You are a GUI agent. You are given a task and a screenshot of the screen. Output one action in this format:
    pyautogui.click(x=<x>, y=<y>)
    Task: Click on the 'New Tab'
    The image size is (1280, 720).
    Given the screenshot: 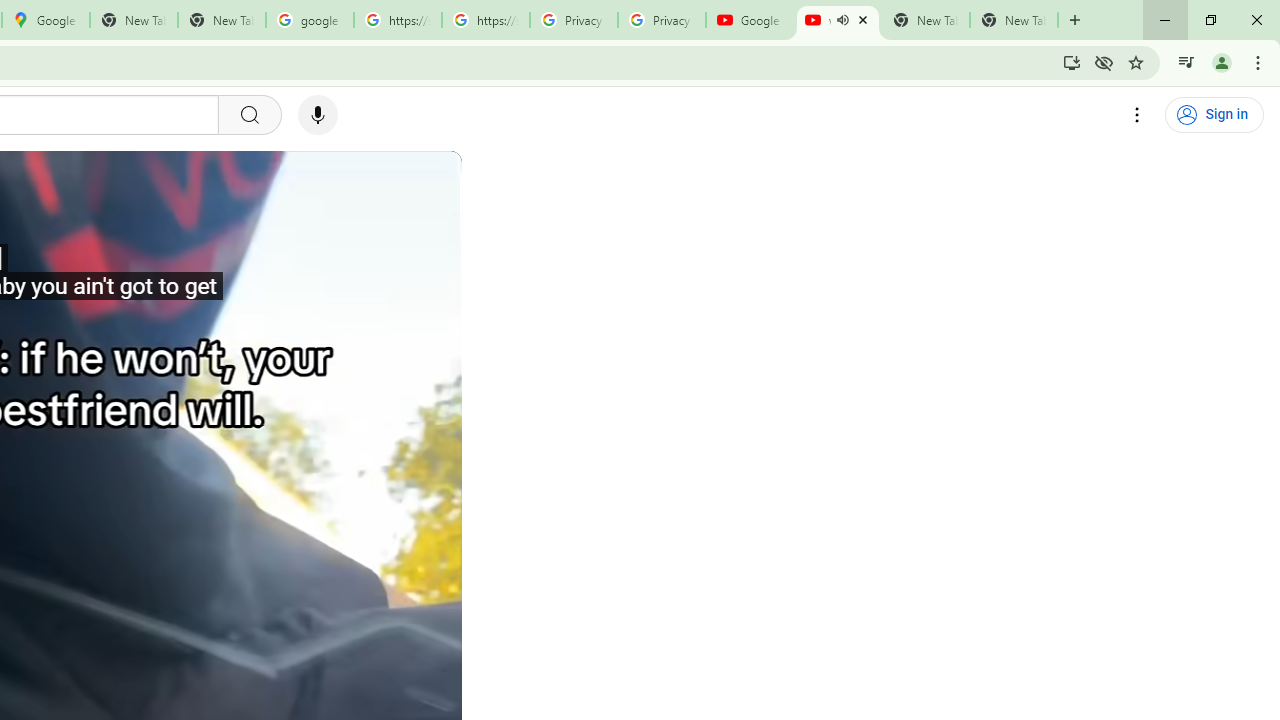 What is the action you would take?
    pyautogui.click(x=1014, y=20)
    